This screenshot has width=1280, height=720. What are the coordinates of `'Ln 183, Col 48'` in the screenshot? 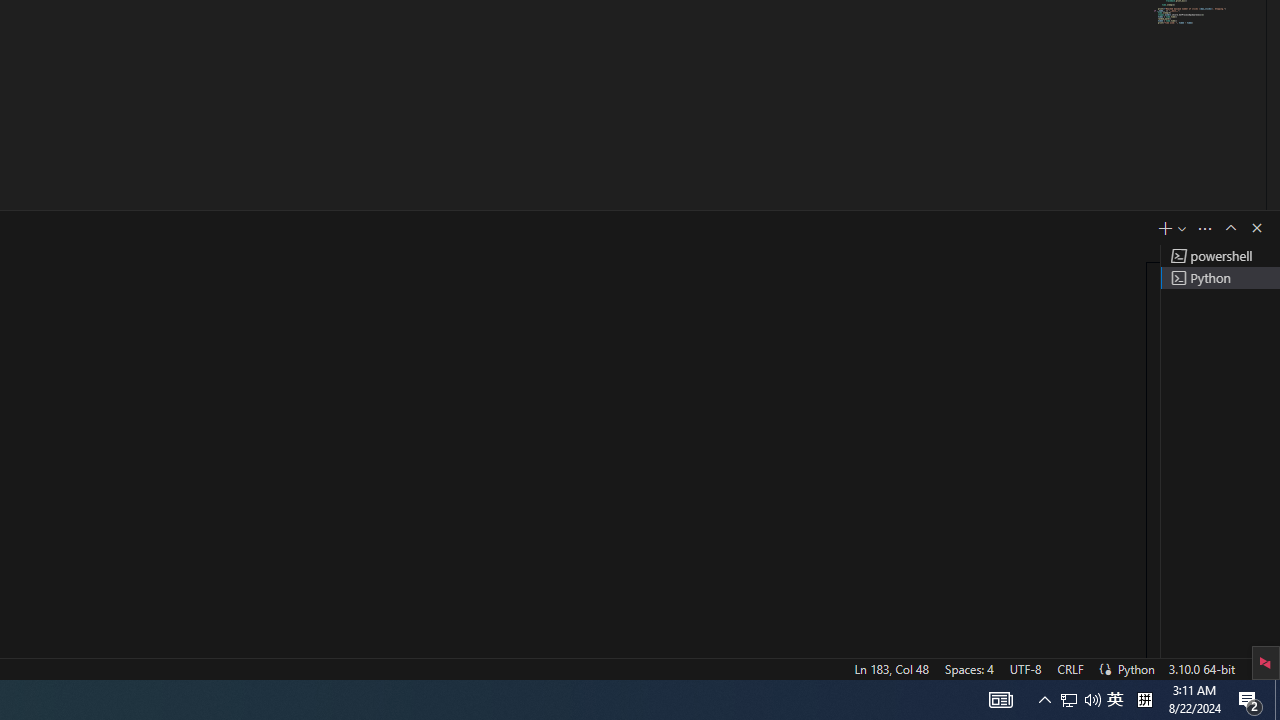 It's located at (890, 668).